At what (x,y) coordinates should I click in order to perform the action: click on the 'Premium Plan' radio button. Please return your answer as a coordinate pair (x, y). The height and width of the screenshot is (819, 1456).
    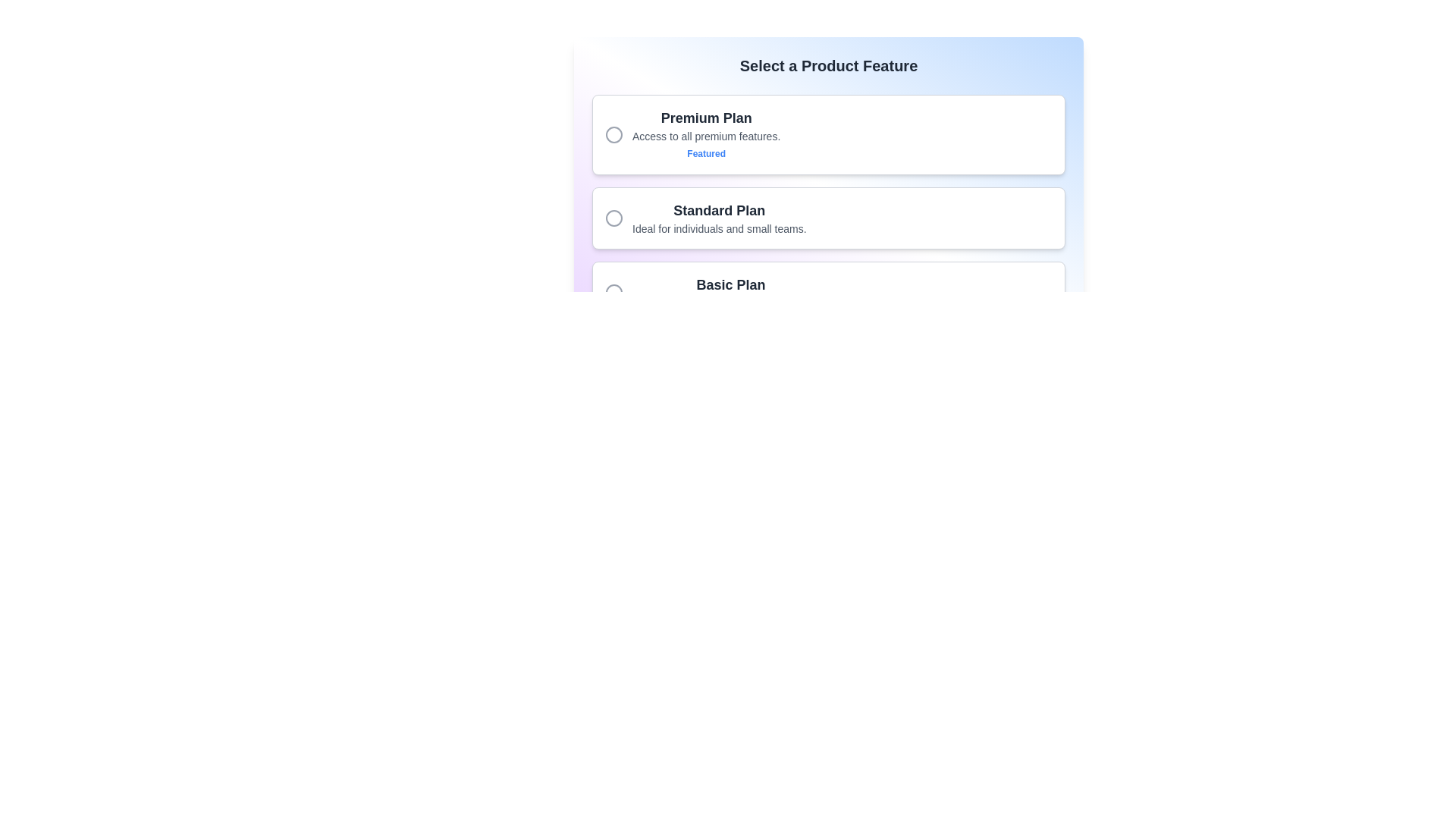
    Looking at the image, I should click on (828, 133).